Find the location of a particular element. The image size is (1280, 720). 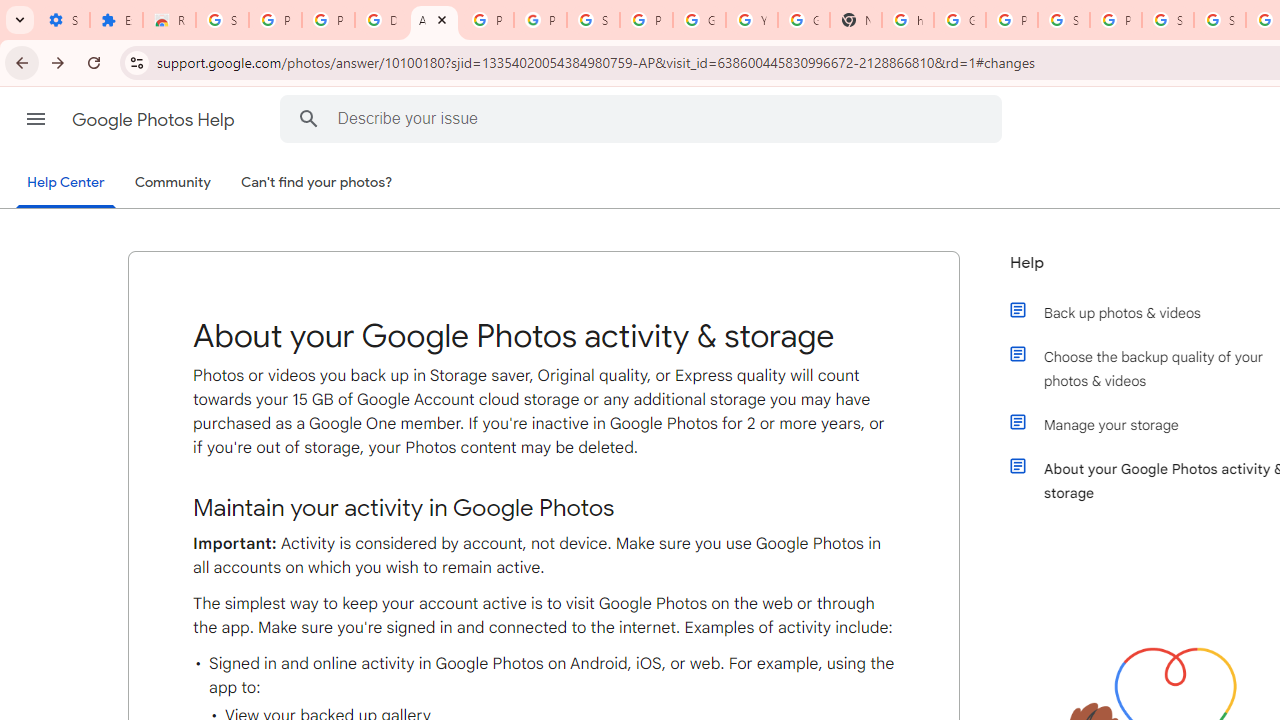

'Extensions' is located at coordinates (115, 20).